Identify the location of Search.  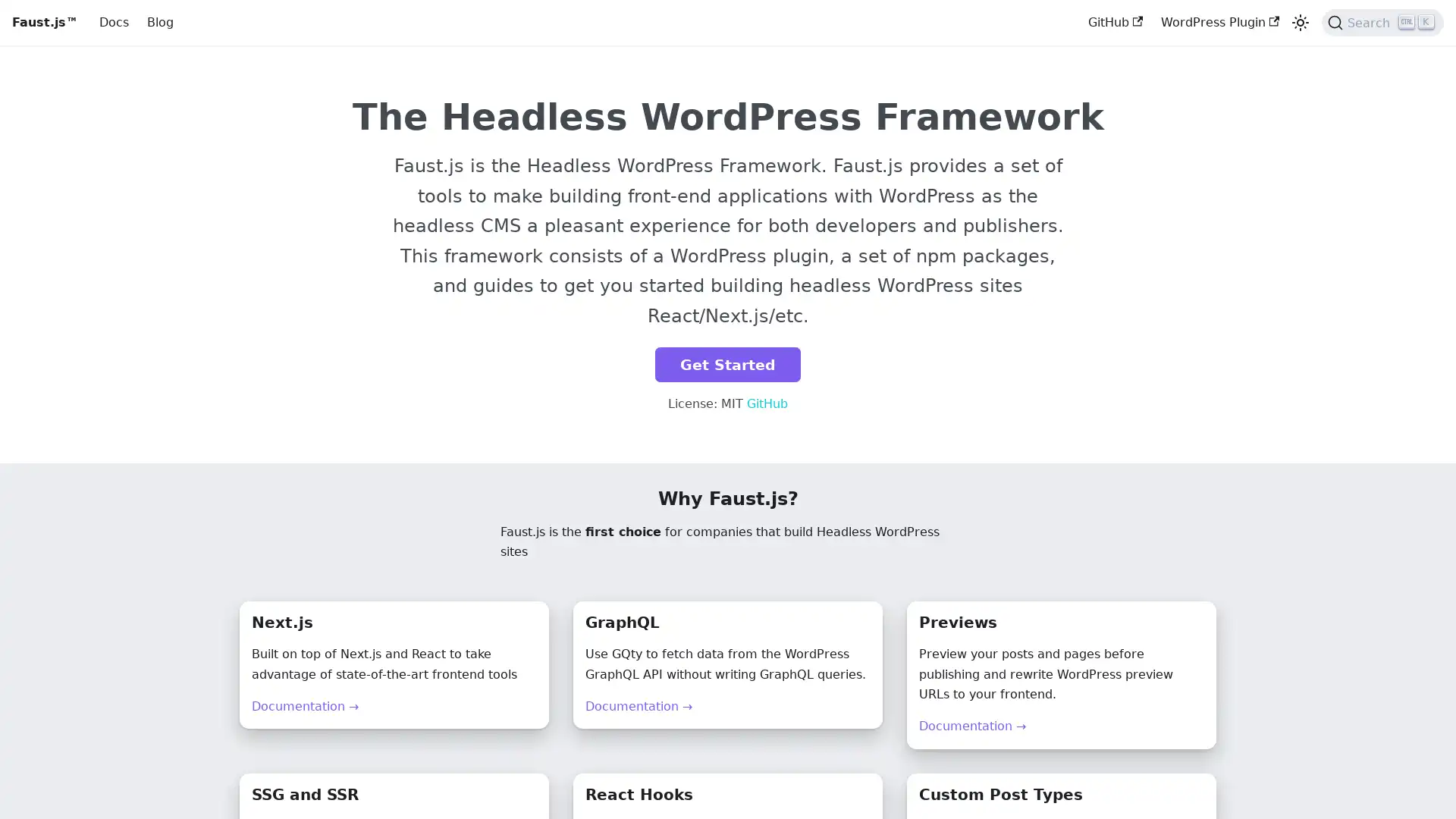
(1382, 23).